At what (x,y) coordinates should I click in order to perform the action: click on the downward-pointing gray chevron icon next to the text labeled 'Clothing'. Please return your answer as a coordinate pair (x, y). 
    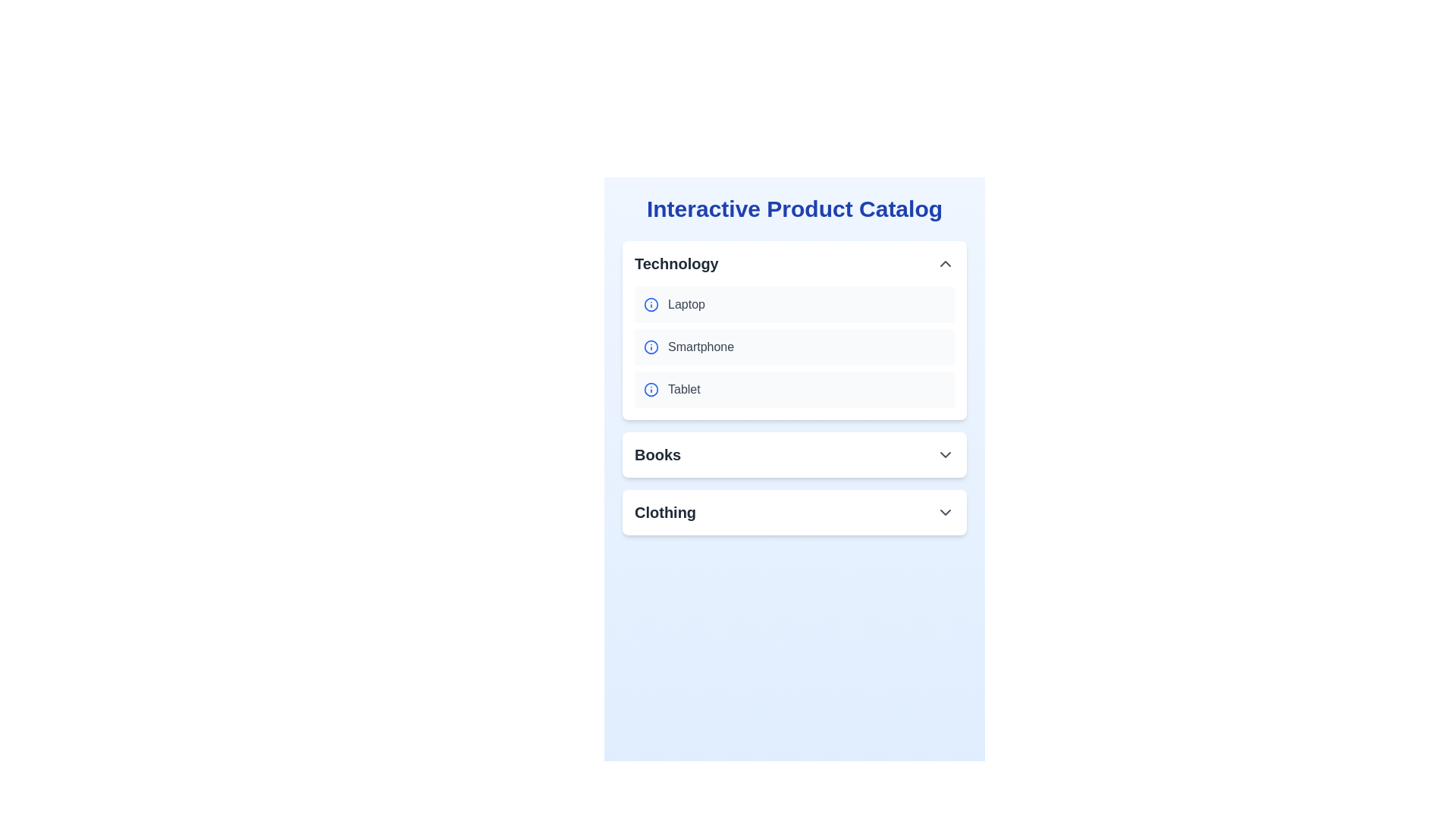
    Looking at the image, I should click on (945, 512).